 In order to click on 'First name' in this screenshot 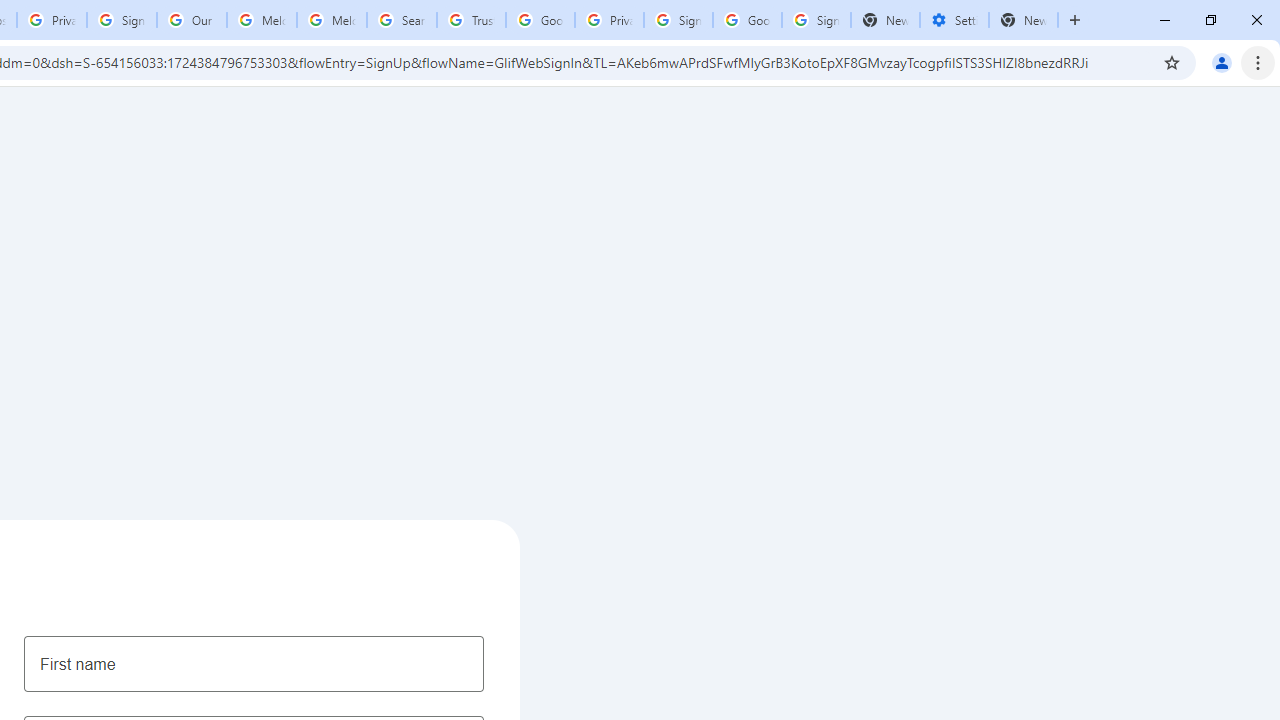, I will do `click(253, 663)`.